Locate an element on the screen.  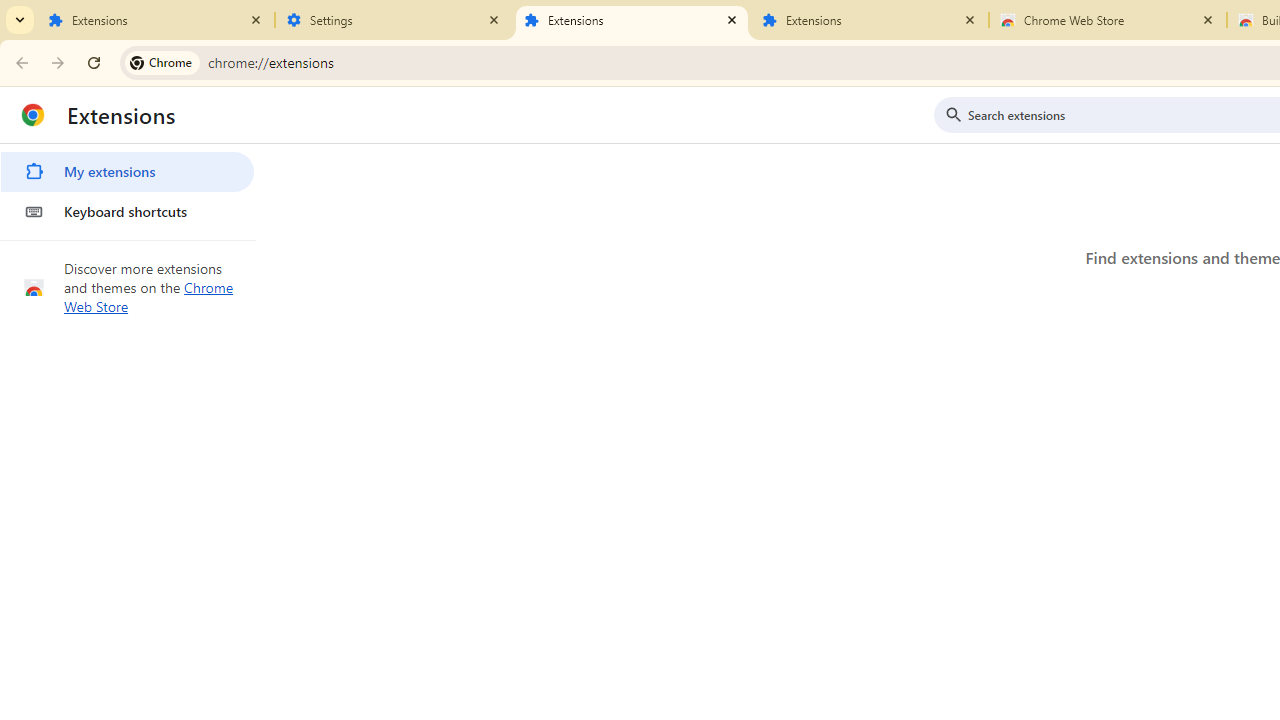
'Chrome Web Store' is located at coordinates (148, 297).